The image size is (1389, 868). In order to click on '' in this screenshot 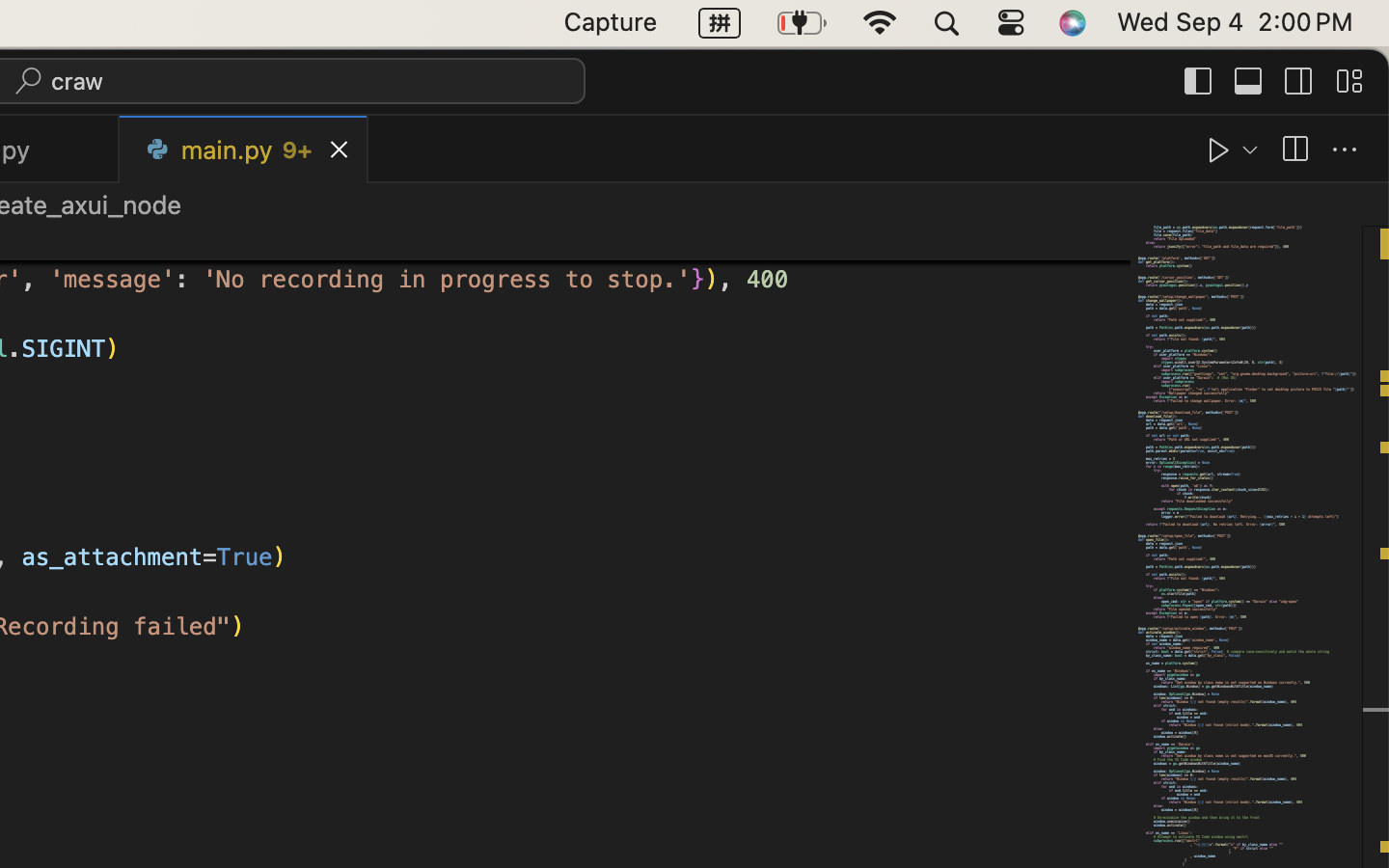, I will do `click(1248, 79)`.